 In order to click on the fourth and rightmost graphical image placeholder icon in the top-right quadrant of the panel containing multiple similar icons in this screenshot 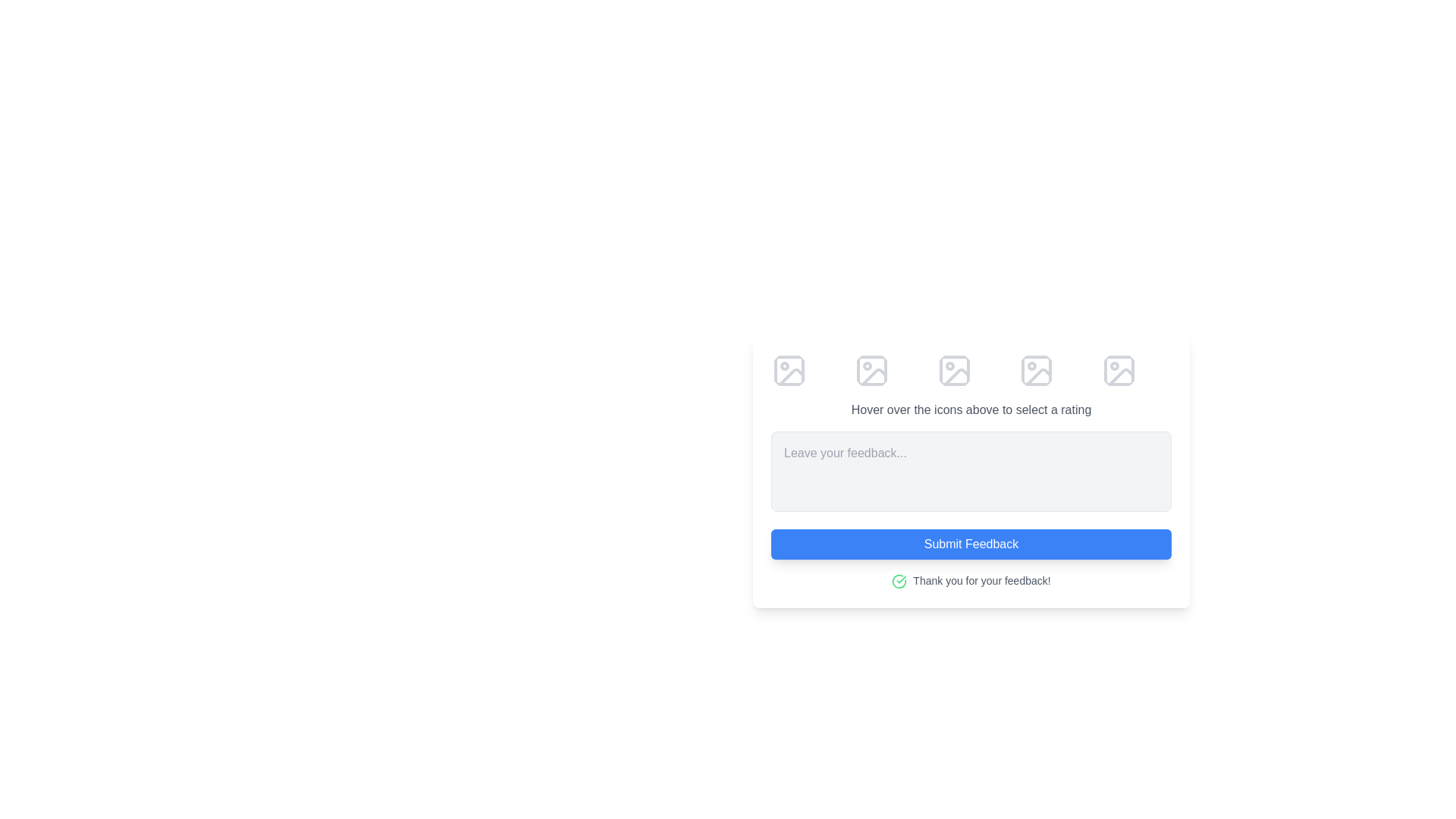, I will do `click(1119, 371)`.